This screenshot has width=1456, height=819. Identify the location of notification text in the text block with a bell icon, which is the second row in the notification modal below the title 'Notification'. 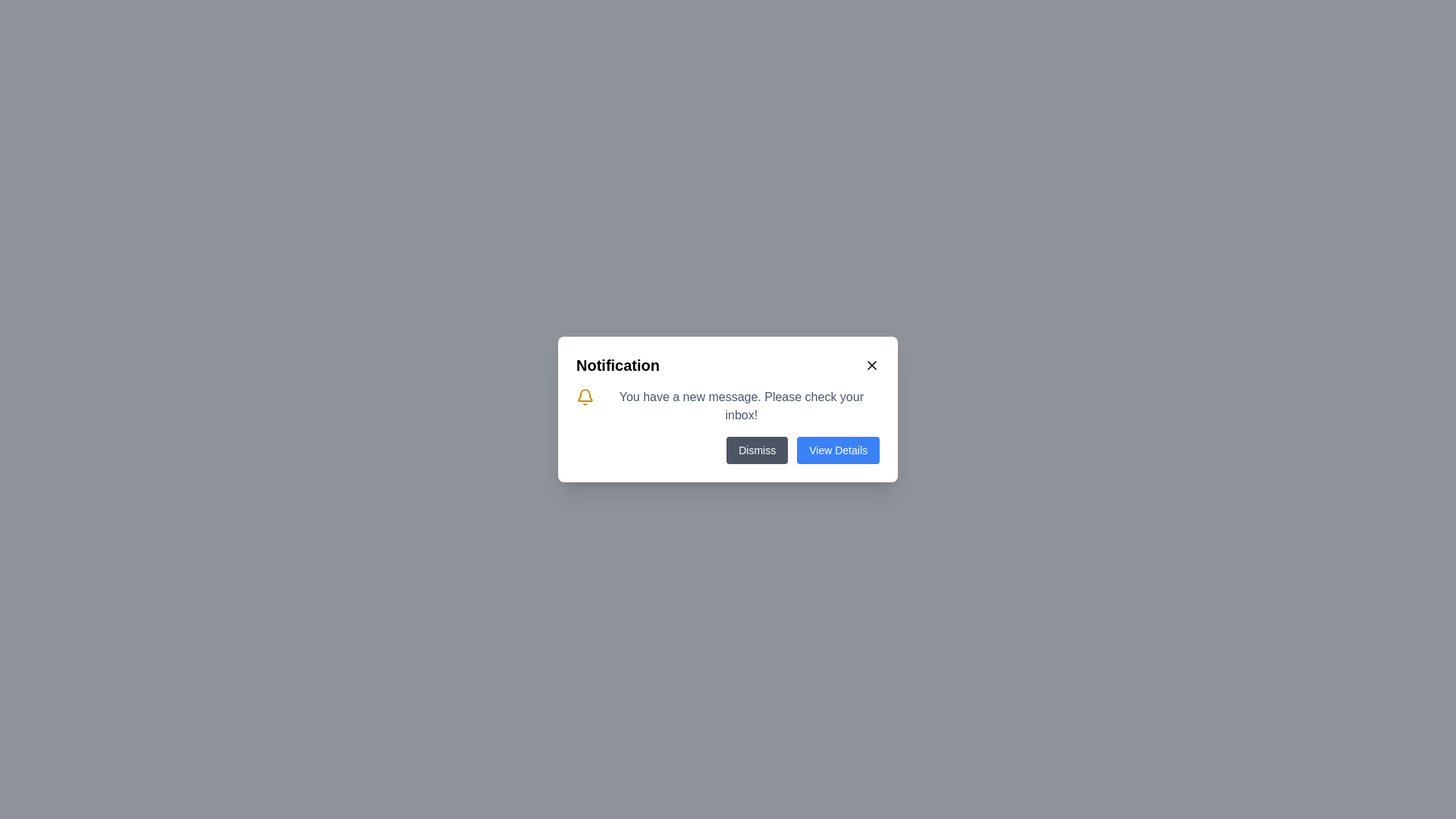
(728, 406).